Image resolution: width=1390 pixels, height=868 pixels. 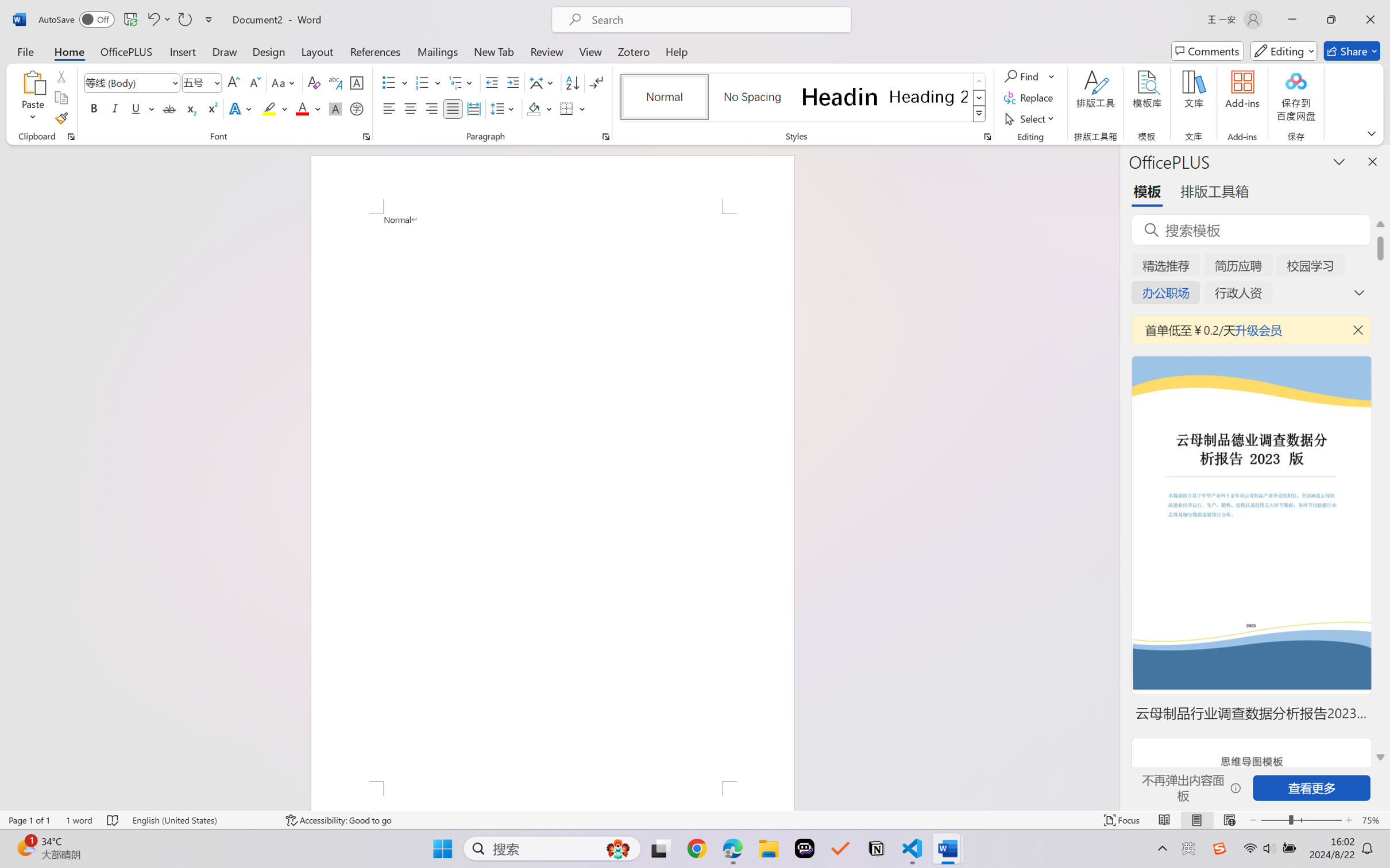 What do you see at coordinates (69, 51) in the screenshot?
I see `'Home'` at bounding box center [69, 51].